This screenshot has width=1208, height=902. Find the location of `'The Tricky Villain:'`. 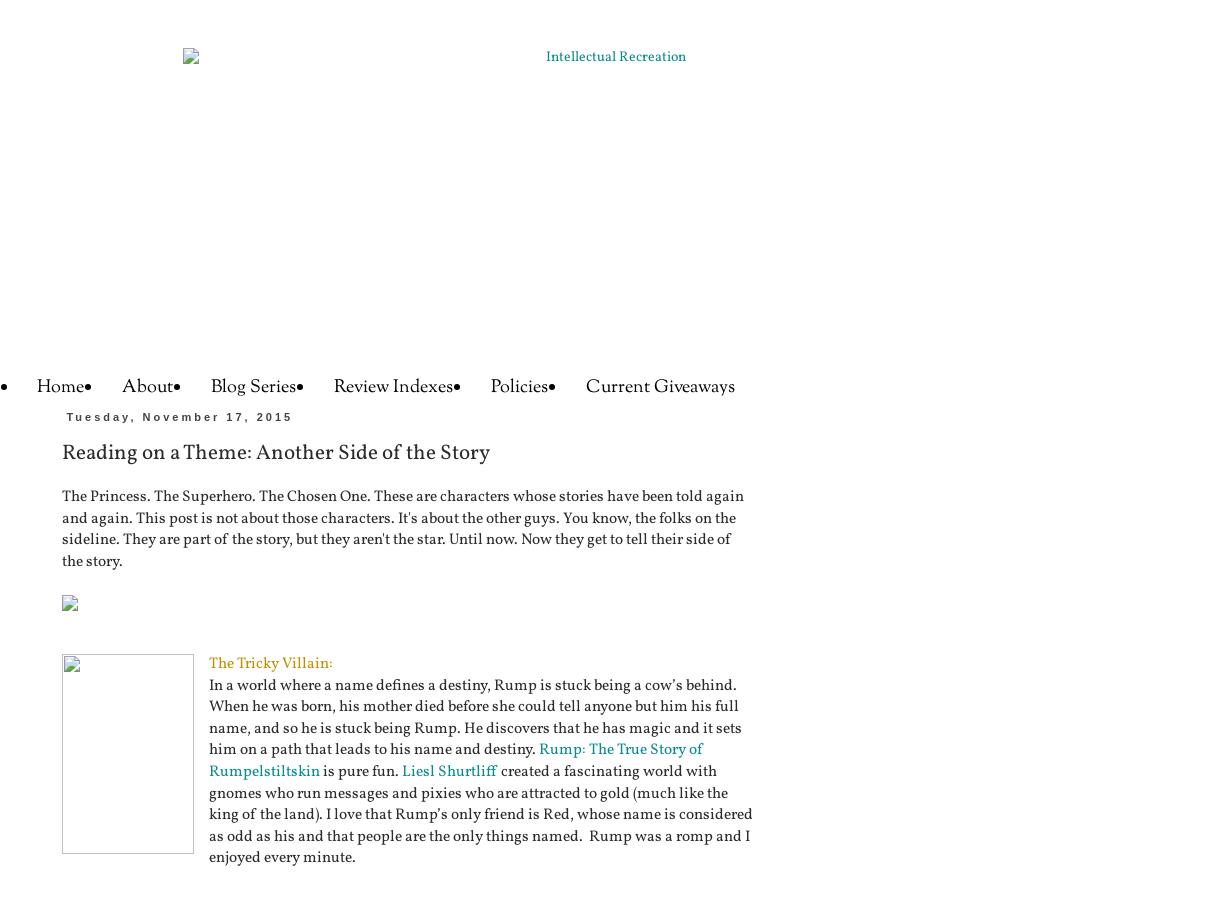

'The Tricky Villain:' is located at coordinates (270, 662).